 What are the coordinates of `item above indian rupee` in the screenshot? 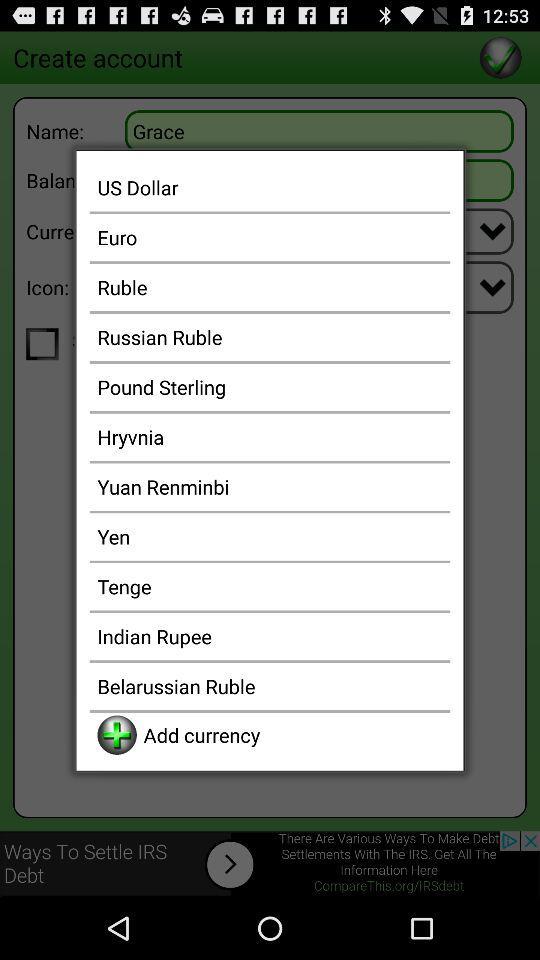 It's located at (270, 586).